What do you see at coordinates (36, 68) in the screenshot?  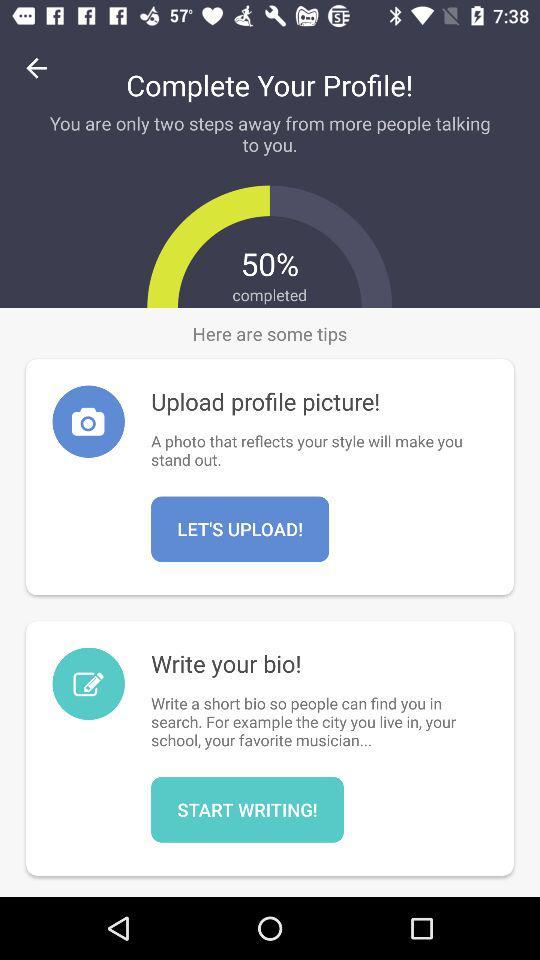 I see `icon to the left of complete your profile!` at bounding box center [36, 68].